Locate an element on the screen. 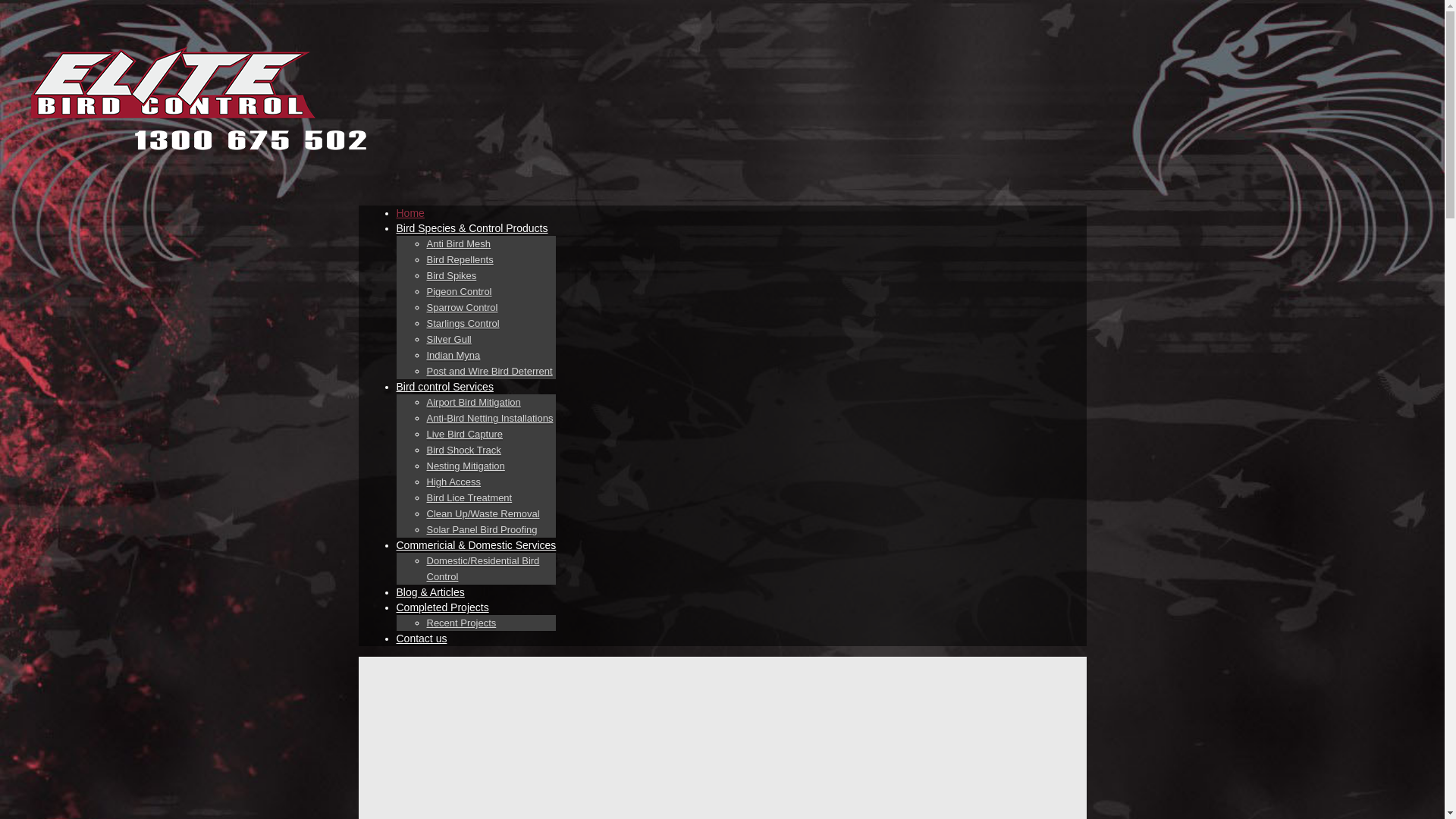 This screenshot has height=819, width=1456. 'Bird Spikes' is located at coordinates (450, 275).